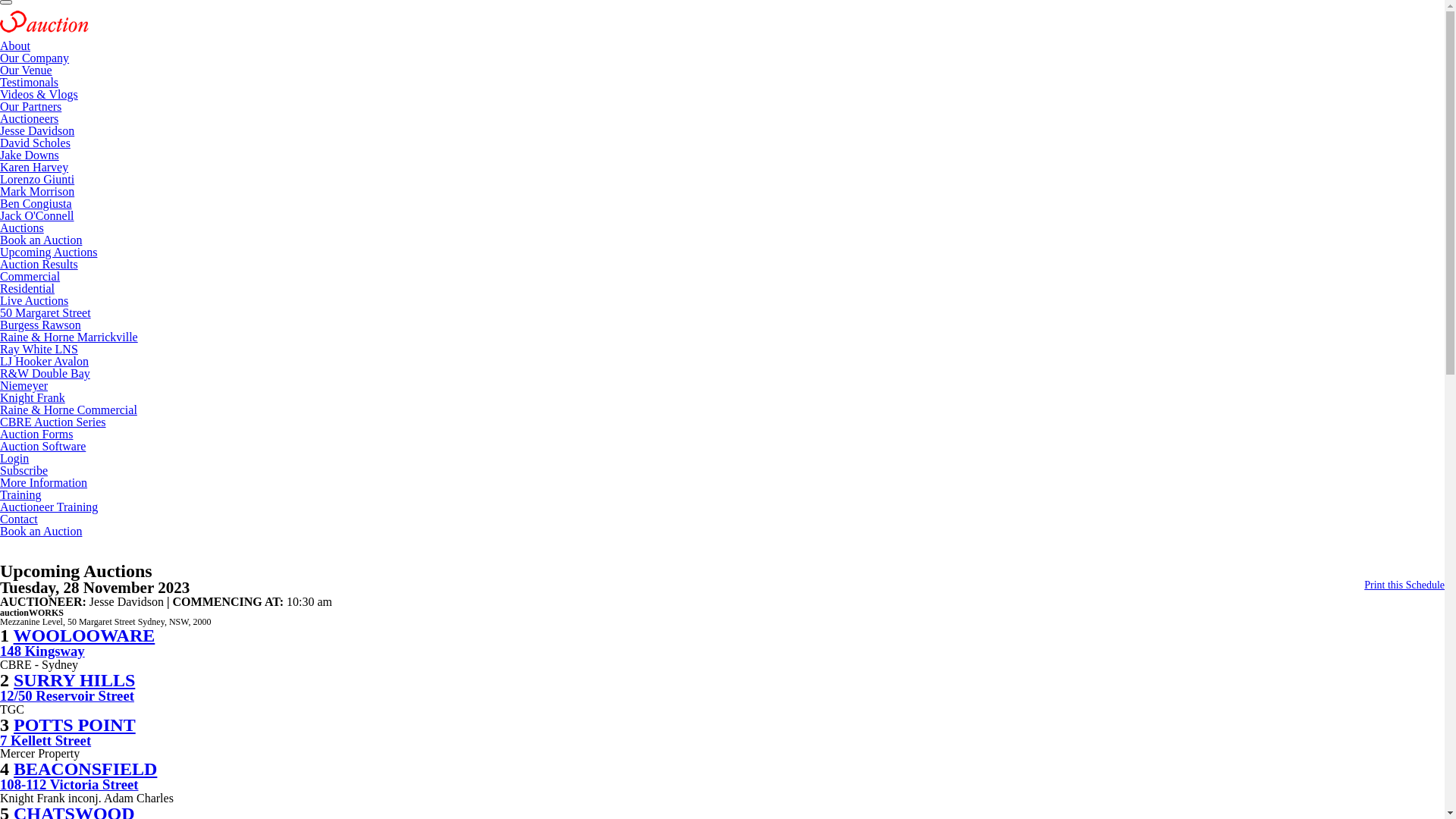 This screenshot has width=1456, height=819. Describe the element at coordinates (42, 445) in the screenshot. I see `'Auction Software'` at that location.